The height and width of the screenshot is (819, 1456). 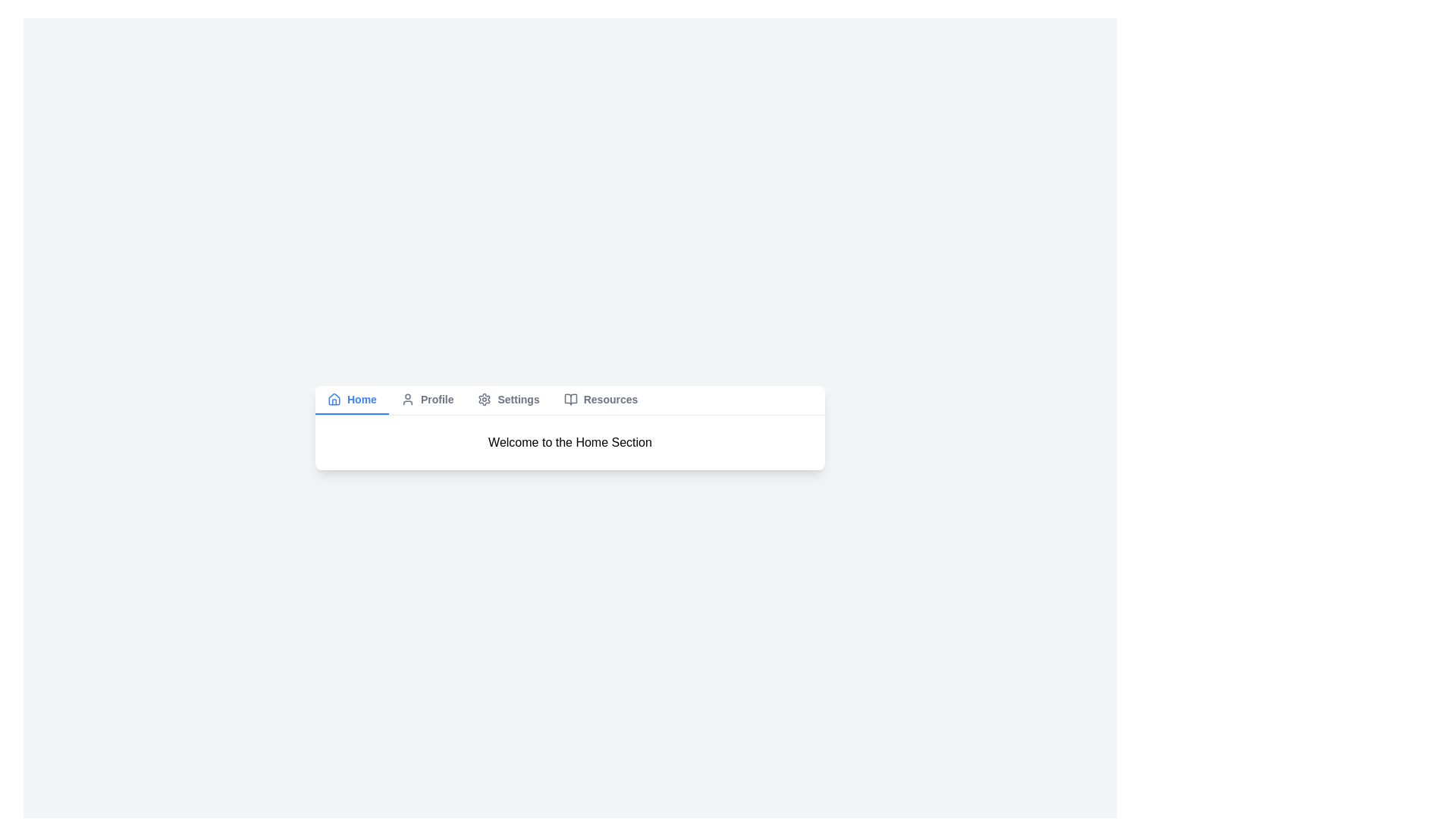 What do you see at coordinates (484, 398) in the screenshot?
I see `the cogwheel icon located left of the 'Settings' word in the navigation bar` at bounding box center [484, 398].